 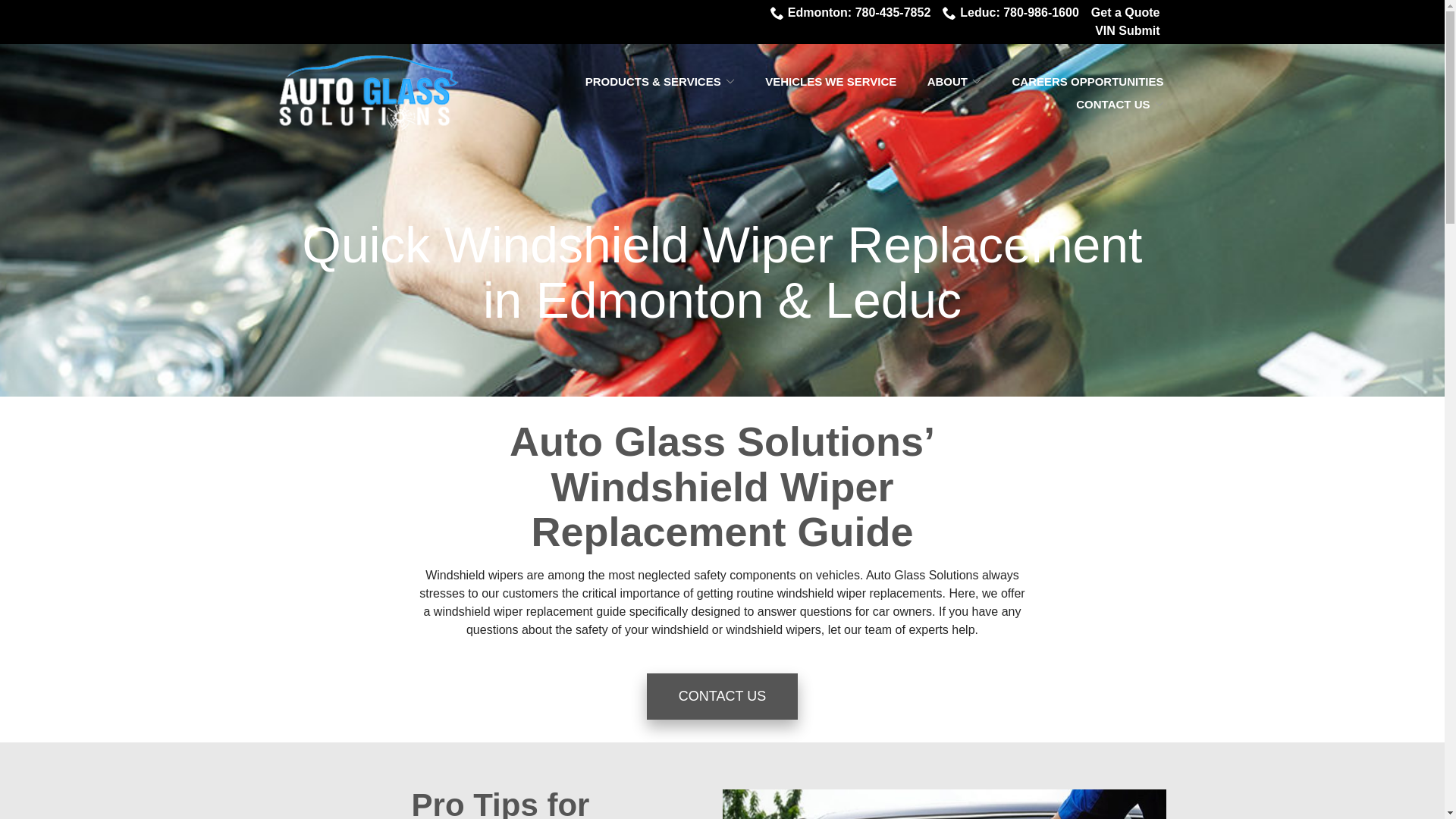 What do you see at coordinates (830, 81) in the screenshot?
I see `'VEHICLES WE SERVICE'` at bounding box center [830, 81].